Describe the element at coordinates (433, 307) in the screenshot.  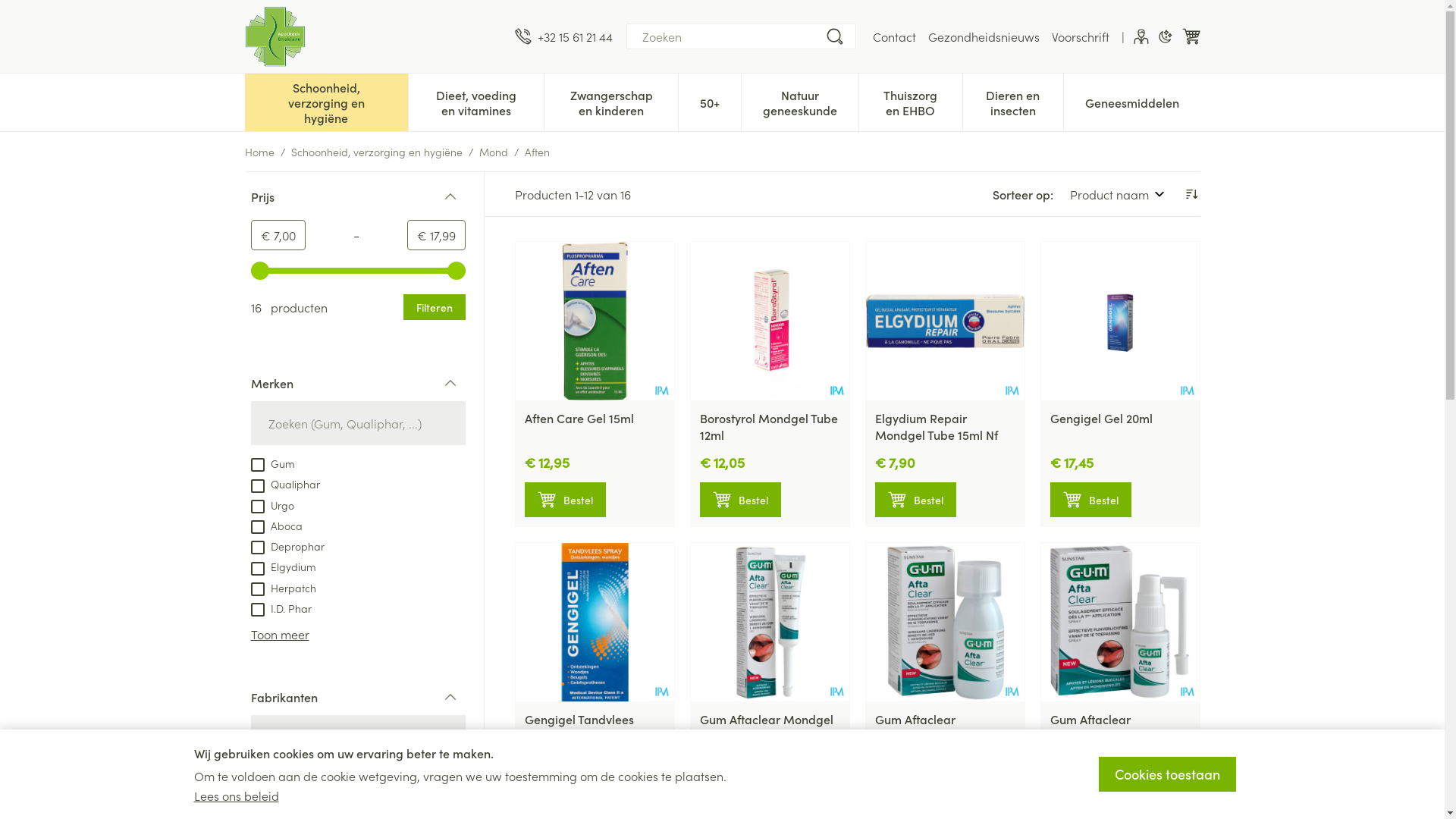
I see `'Filteren'` at that location.